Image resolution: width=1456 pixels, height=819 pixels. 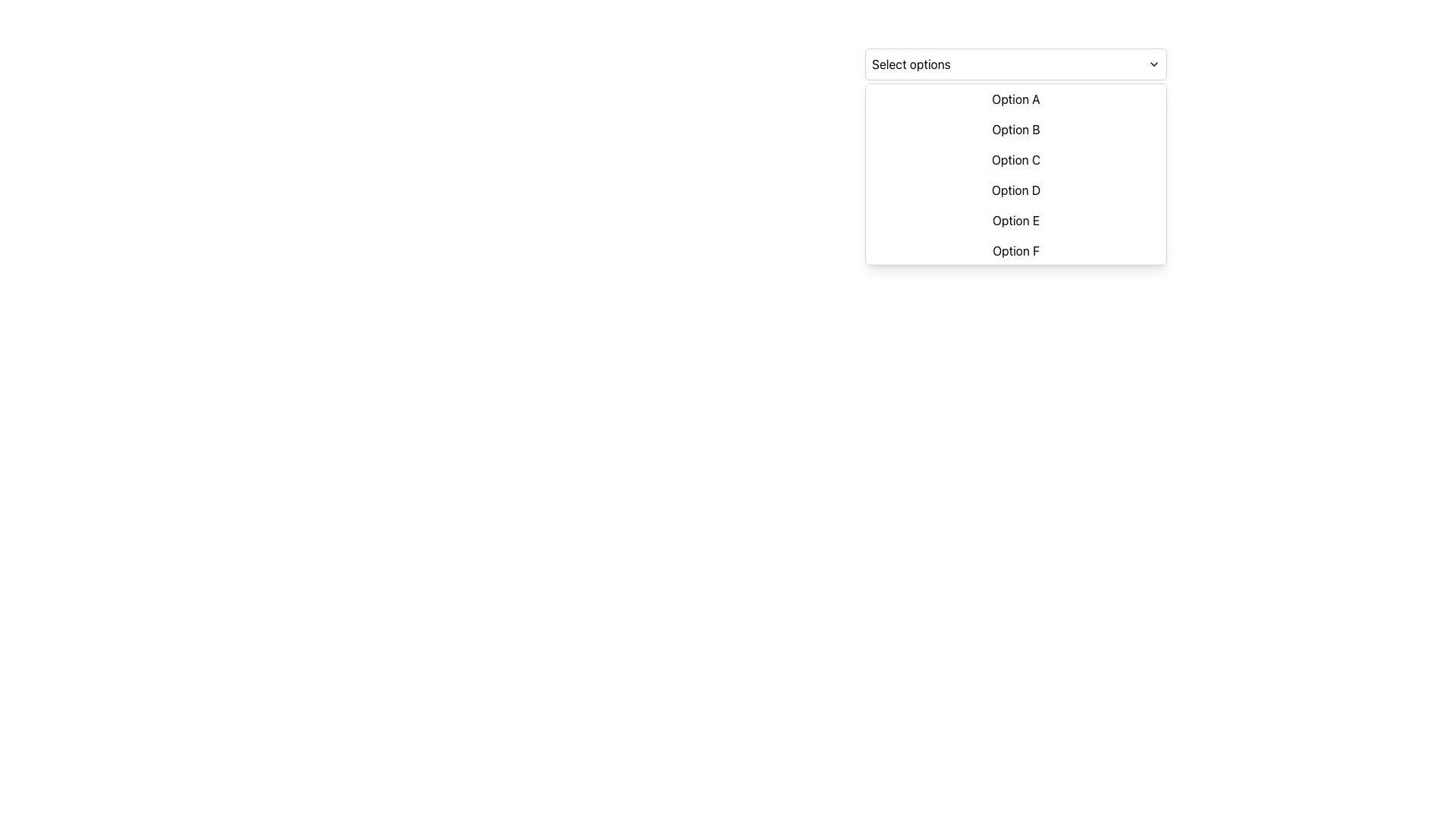 What do you see at coordinates (910, 63) in the screenshot?
I see `the 'Select options' text element within the dropdown menu to highlight the text` at bounding box center [910, 63].